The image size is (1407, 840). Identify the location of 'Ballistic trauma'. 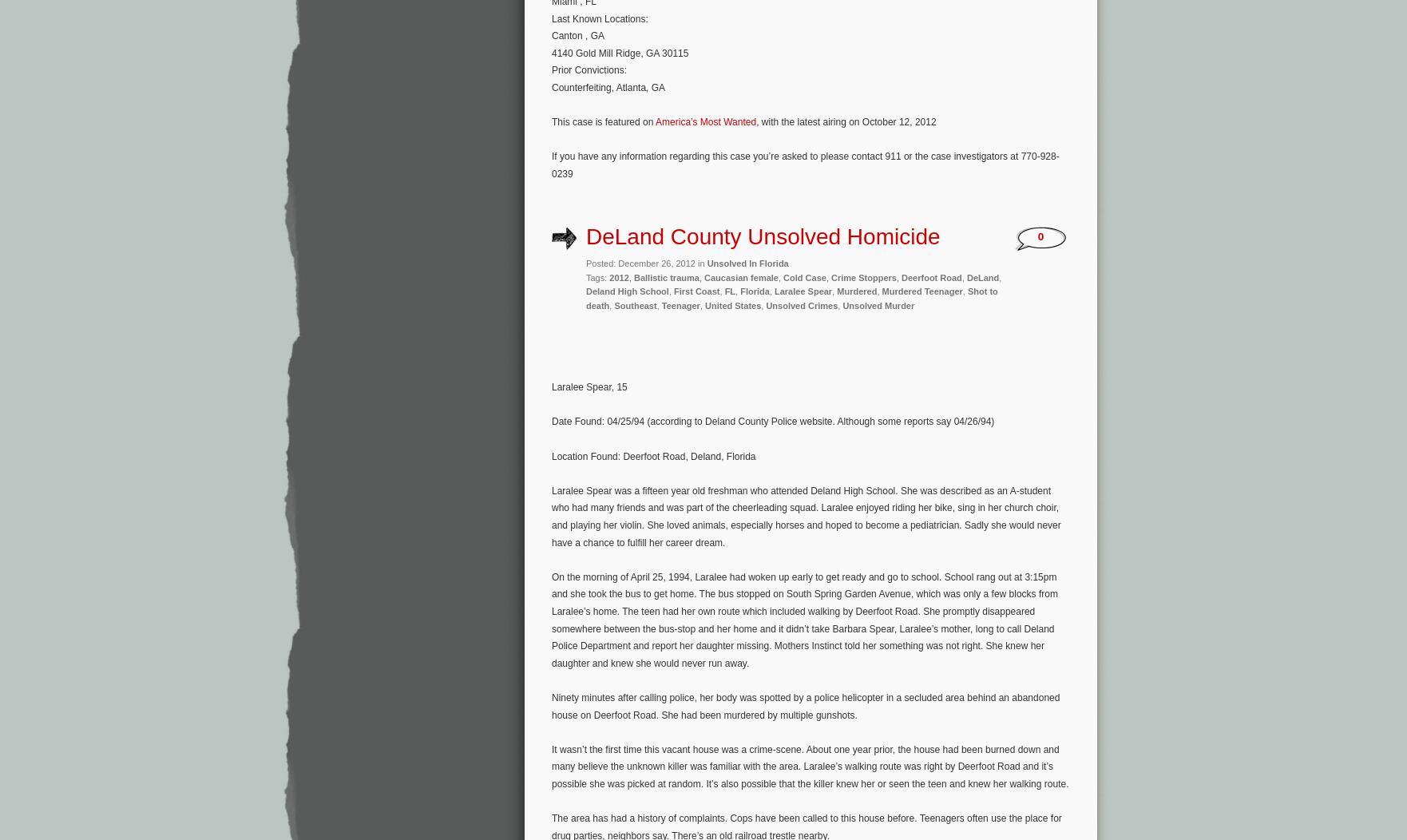
(664, 275).